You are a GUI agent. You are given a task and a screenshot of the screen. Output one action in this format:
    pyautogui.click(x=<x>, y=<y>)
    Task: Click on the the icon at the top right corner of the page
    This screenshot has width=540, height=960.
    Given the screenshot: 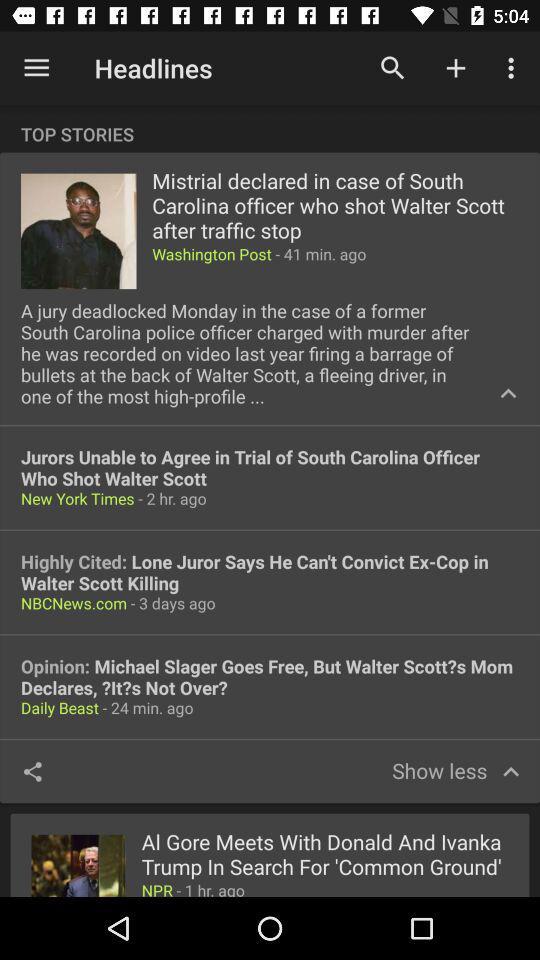 What is the action you would take?
    pyautogui.click(x=514, y=68)
    